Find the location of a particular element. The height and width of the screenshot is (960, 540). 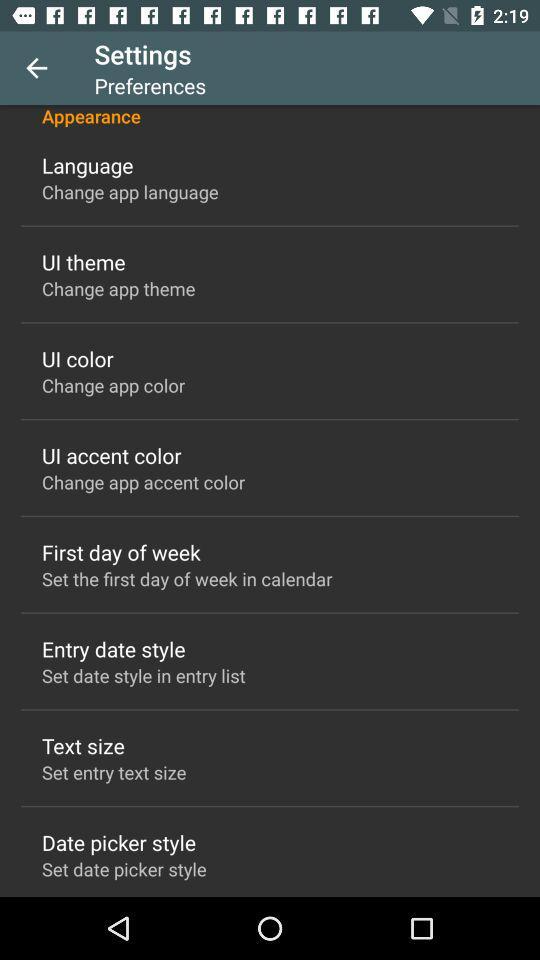

appearance icon is located at coordinates (270, 116).